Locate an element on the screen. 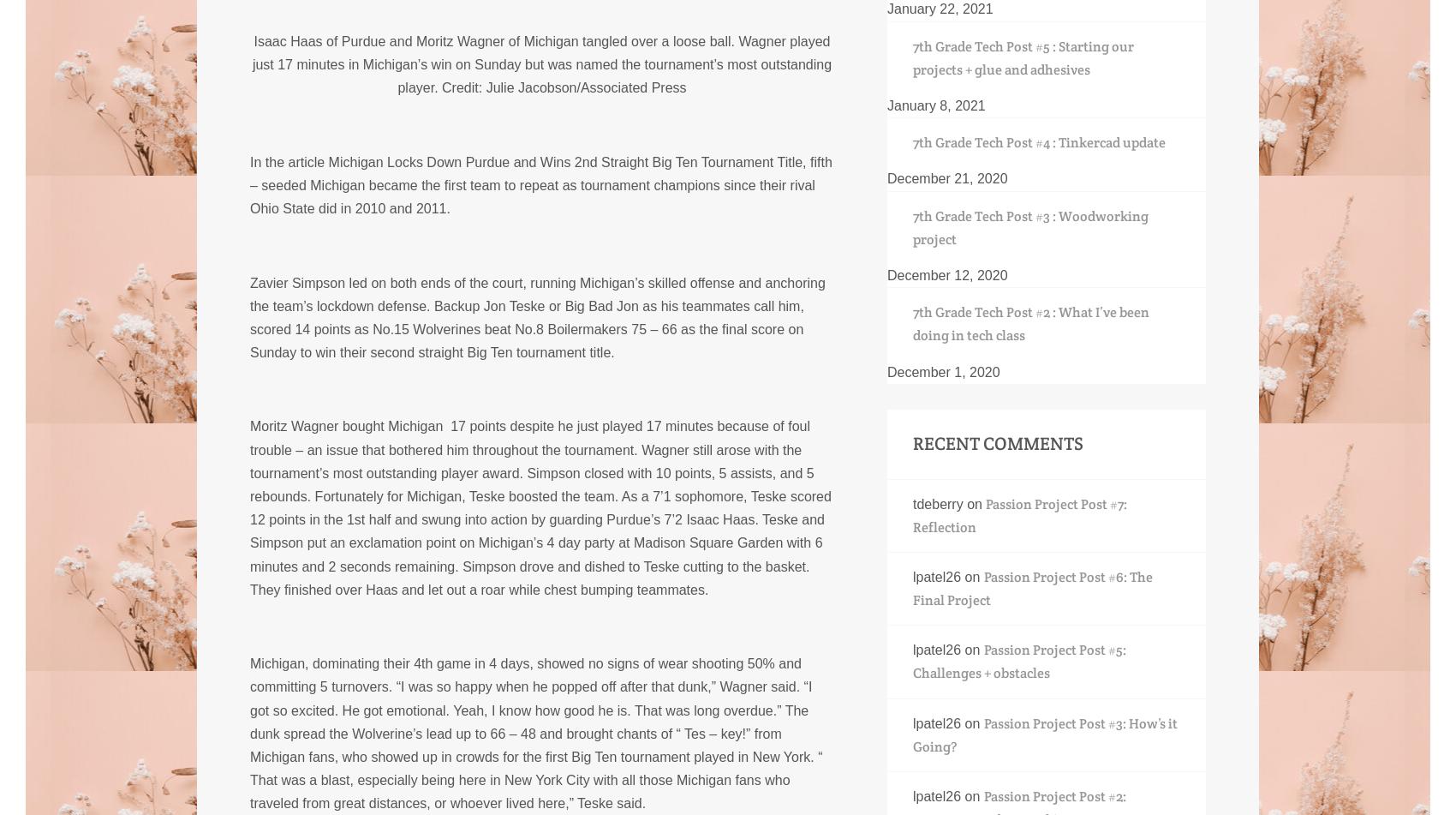 The height and width of the screenshot is (815, 1456). '7th Grade Tech Post #2 : What I’ve been doing in tech class' is located at coordinates (1029, 324).